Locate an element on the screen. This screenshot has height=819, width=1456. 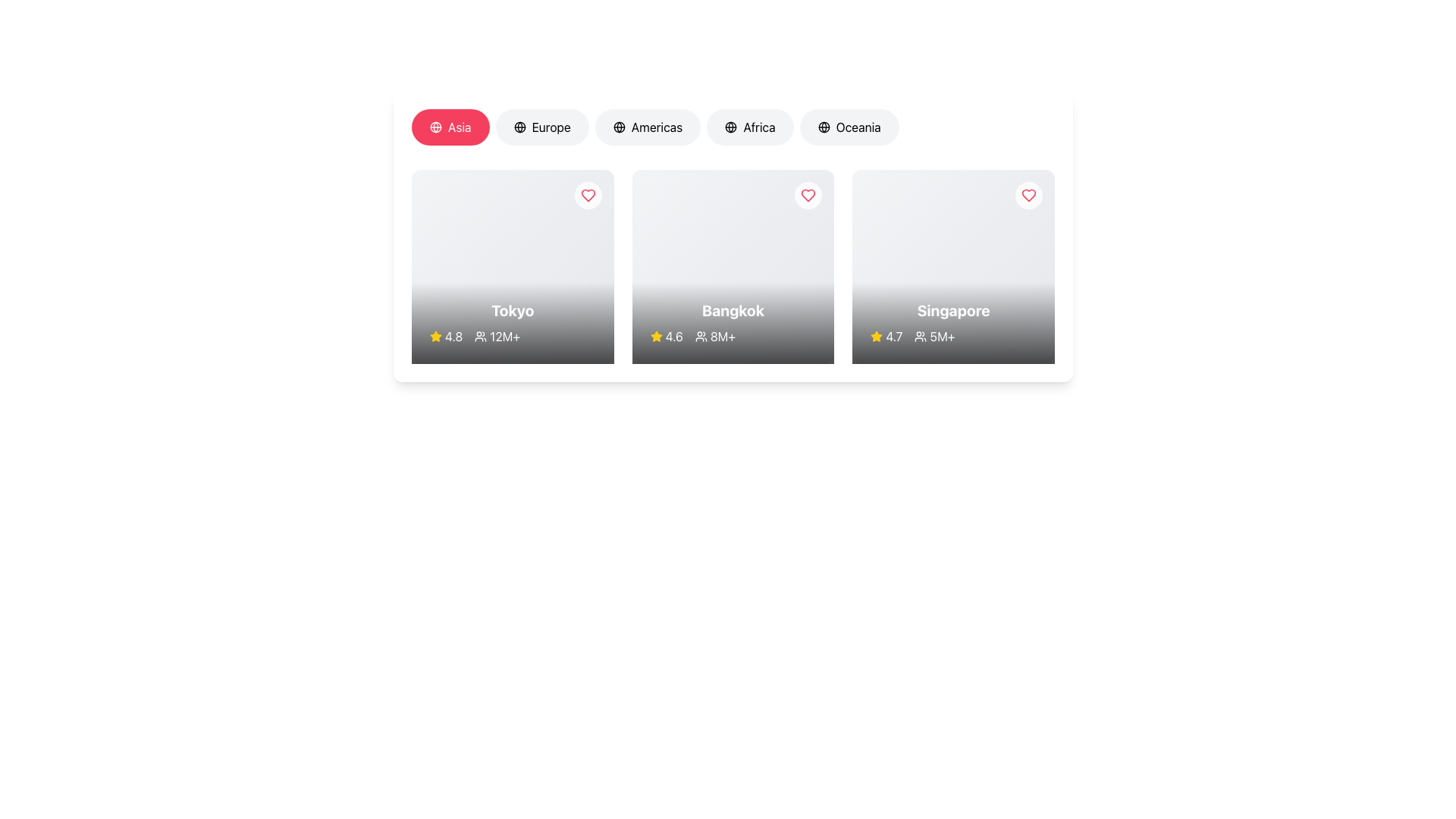
the rating display component for the item 'Bangkok', which is located in the lower-left side of its card and visually represents the numerical rating with a star icon is located at coordinates (667, 335).